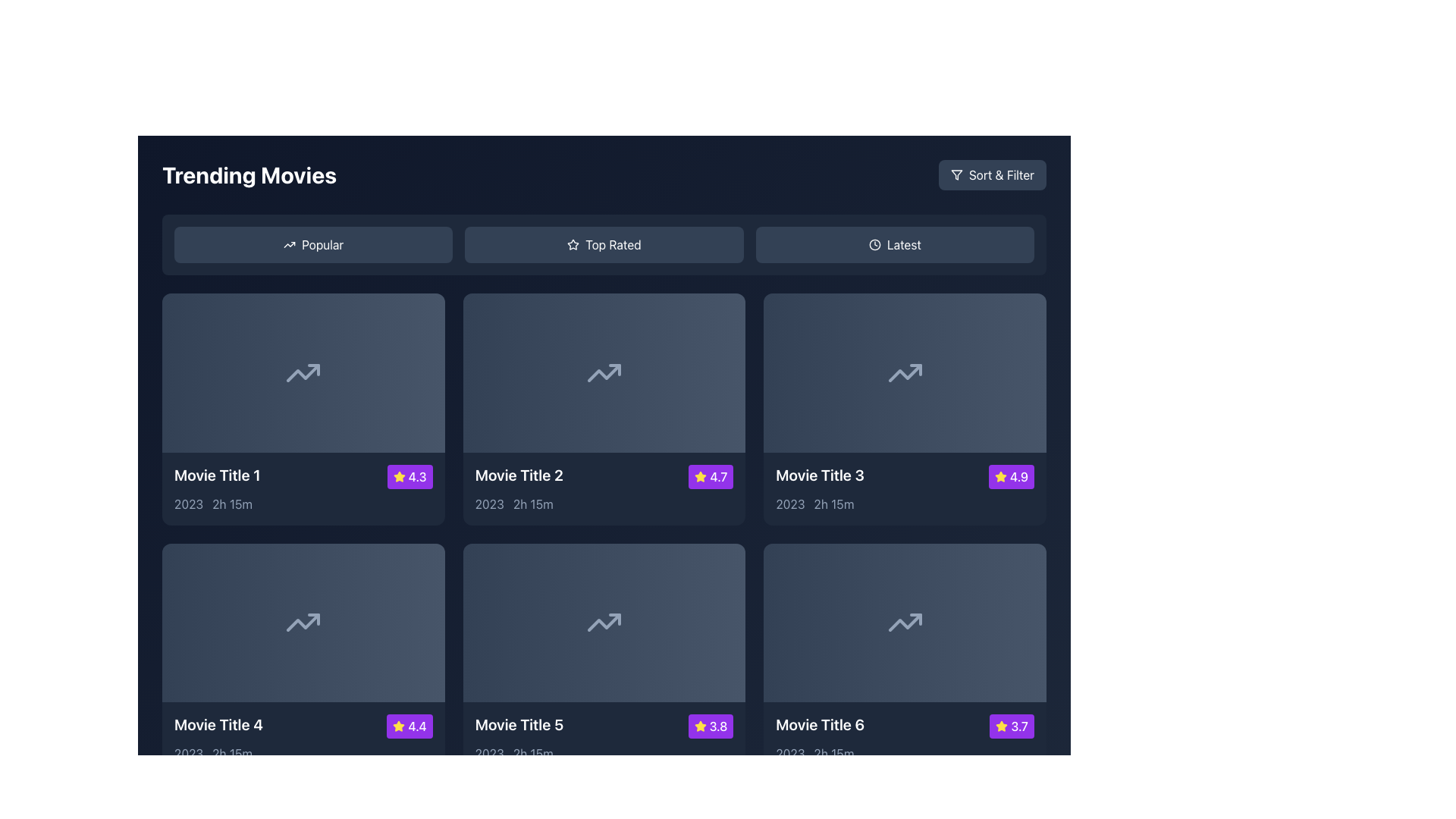 The image size is (1456, 819). I want to click on the trending icon located in the third movie card labeled 'Movie Title 3', so click(905, 372).